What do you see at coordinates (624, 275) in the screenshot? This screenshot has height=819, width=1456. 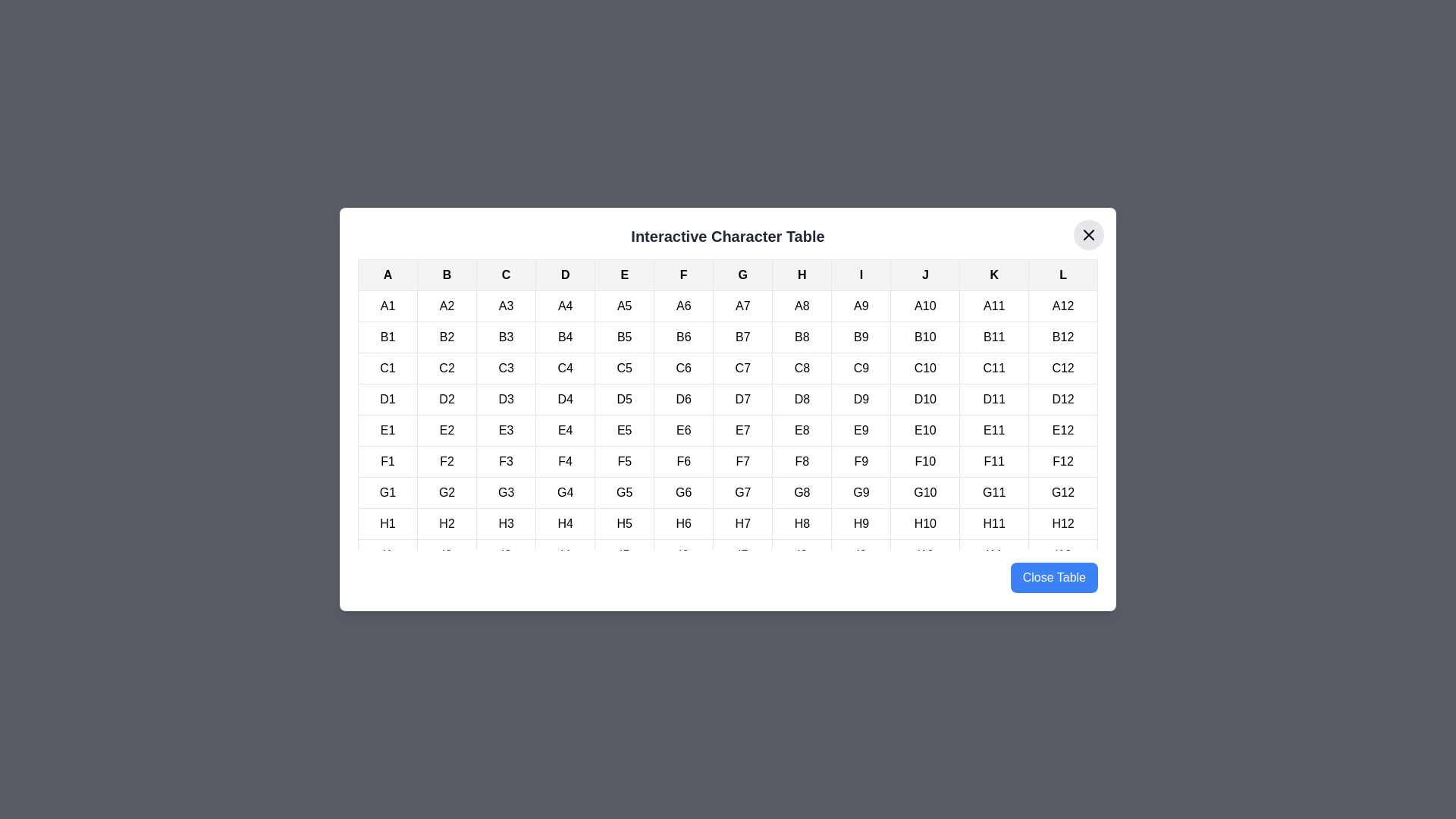 I see `the table header cell labeled E to highlight its column` at bounding box center [624, 275].